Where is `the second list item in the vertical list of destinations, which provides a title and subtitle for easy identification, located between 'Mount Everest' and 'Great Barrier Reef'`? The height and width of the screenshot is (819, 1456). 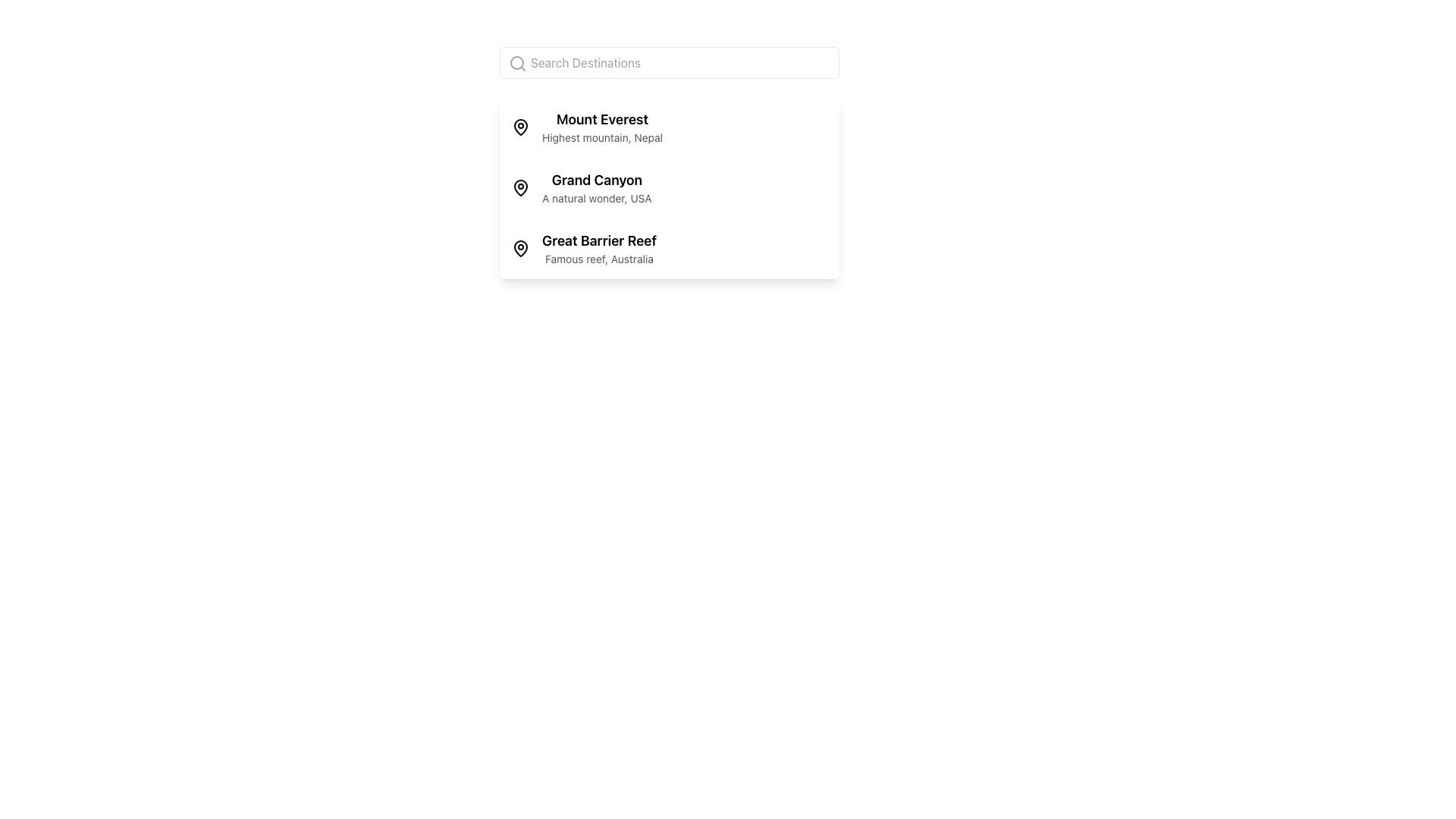 the second list item in the vertical list of destinations, which provides a title and subtitle for easy identification, located between 'Mount Everest' and 'Great Barrier Reef' is located at coordinates (596, 187).